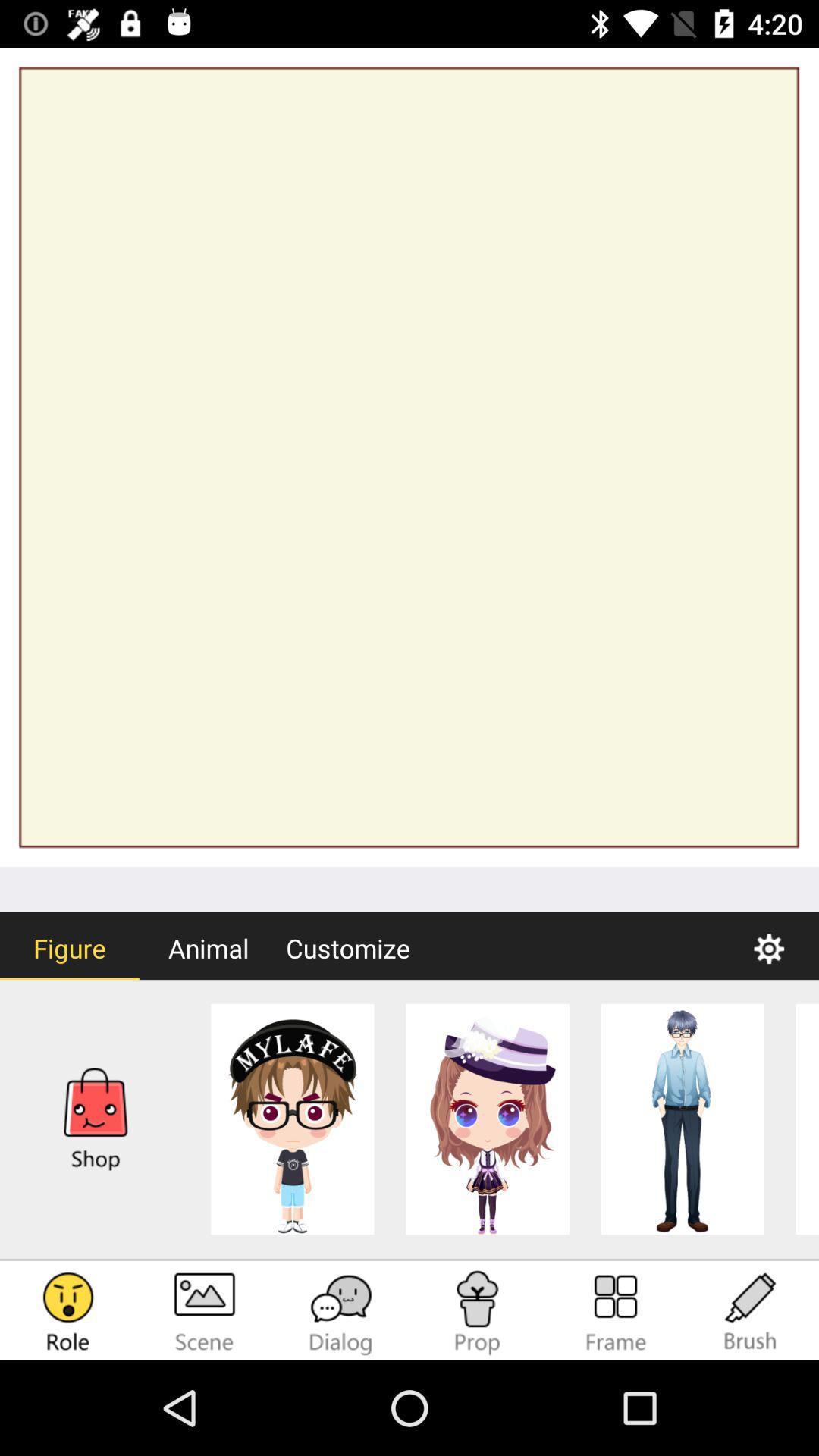  Describe the element at coordinates (205, 1312) in the screenshot. I see `the wallpaper icon` at that location.